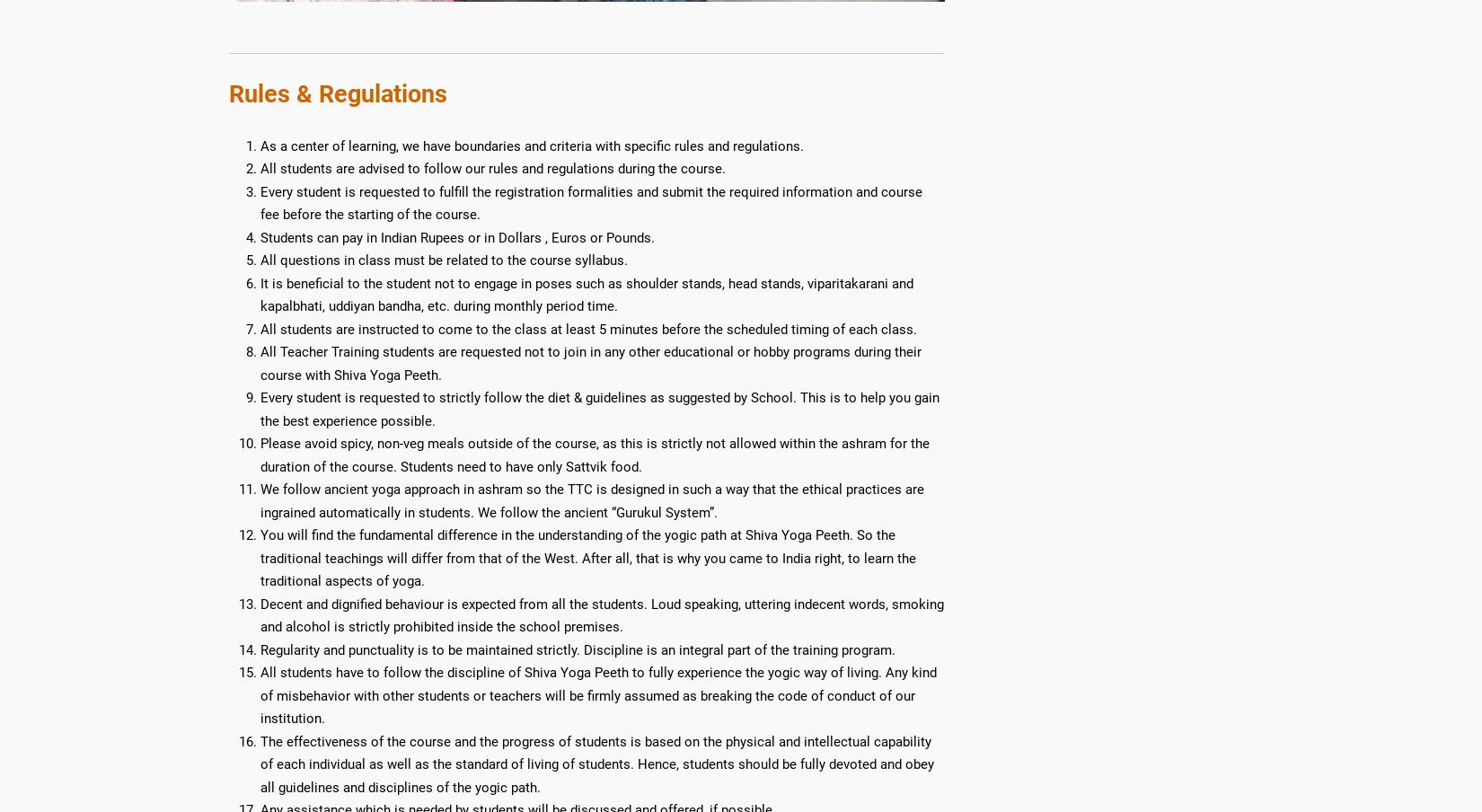 Image resolution: width=1482 pixels, height=812 pixels. Describe the element at coordinates (598, 408) in the screenshot. I see `'Every student is requested to strictly follow the diet & guidelines as suggested by School. This is to help you gain the best experience possible.'` at that location.